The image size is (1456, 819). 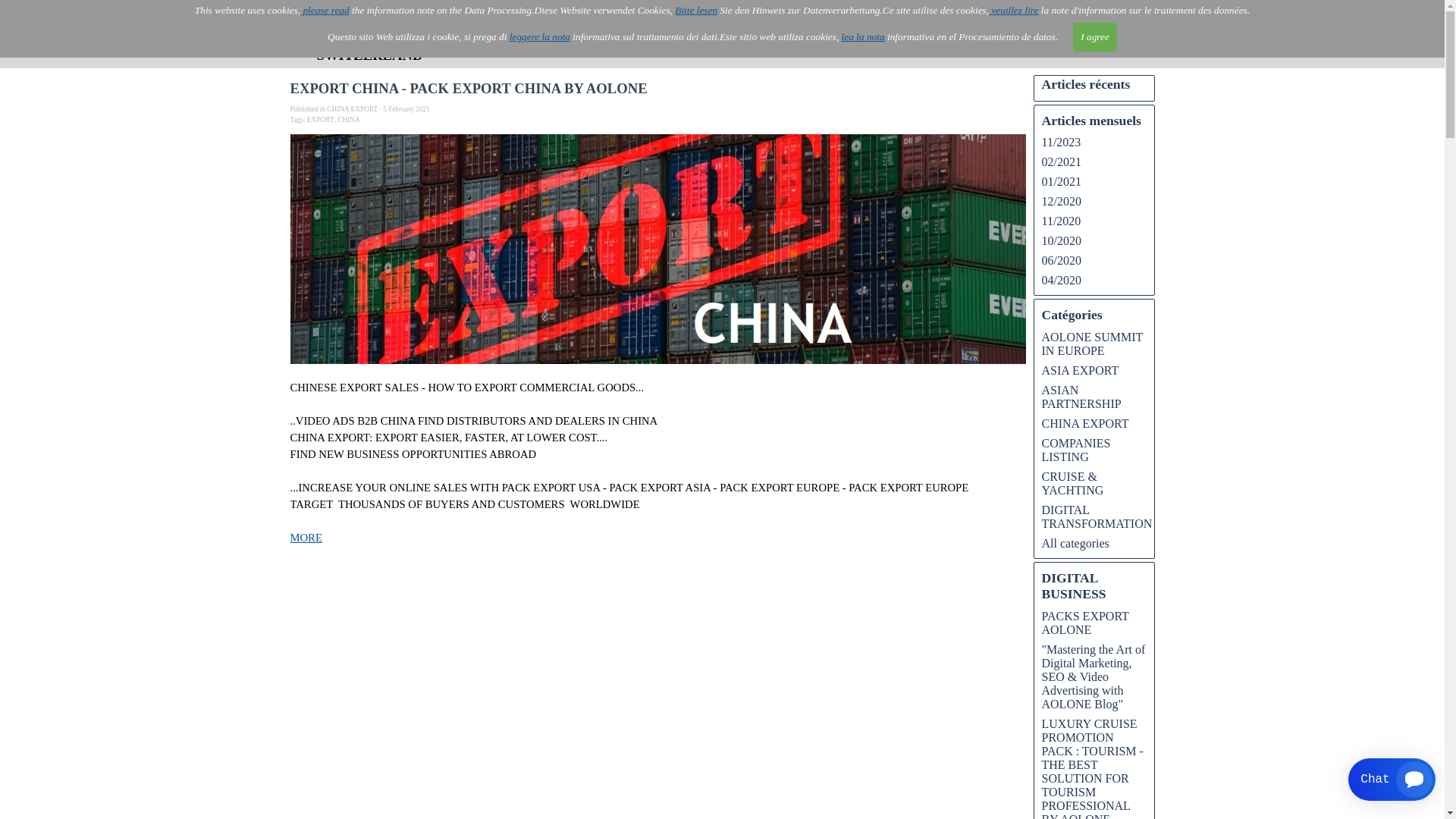 I want to click on 'AOLONE SUMMIT IN EUROPE', so click(x=1092, y=344).